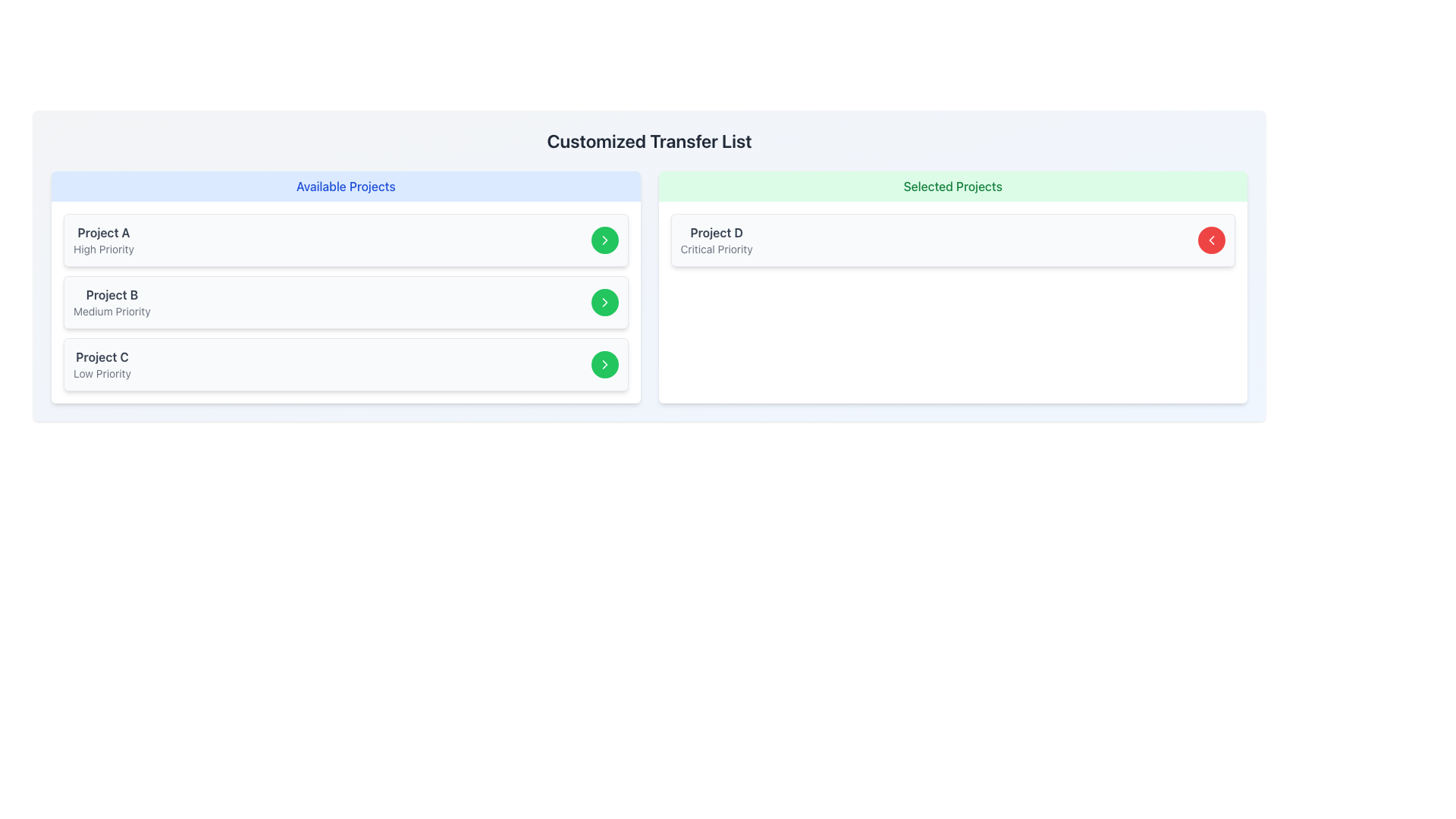  What do you see at coordinates (345, 239) in the screenshot?
I see `the first list item titled 'Project A' in the left panel of 'Available Projects'` at bounding box center [345, 239].